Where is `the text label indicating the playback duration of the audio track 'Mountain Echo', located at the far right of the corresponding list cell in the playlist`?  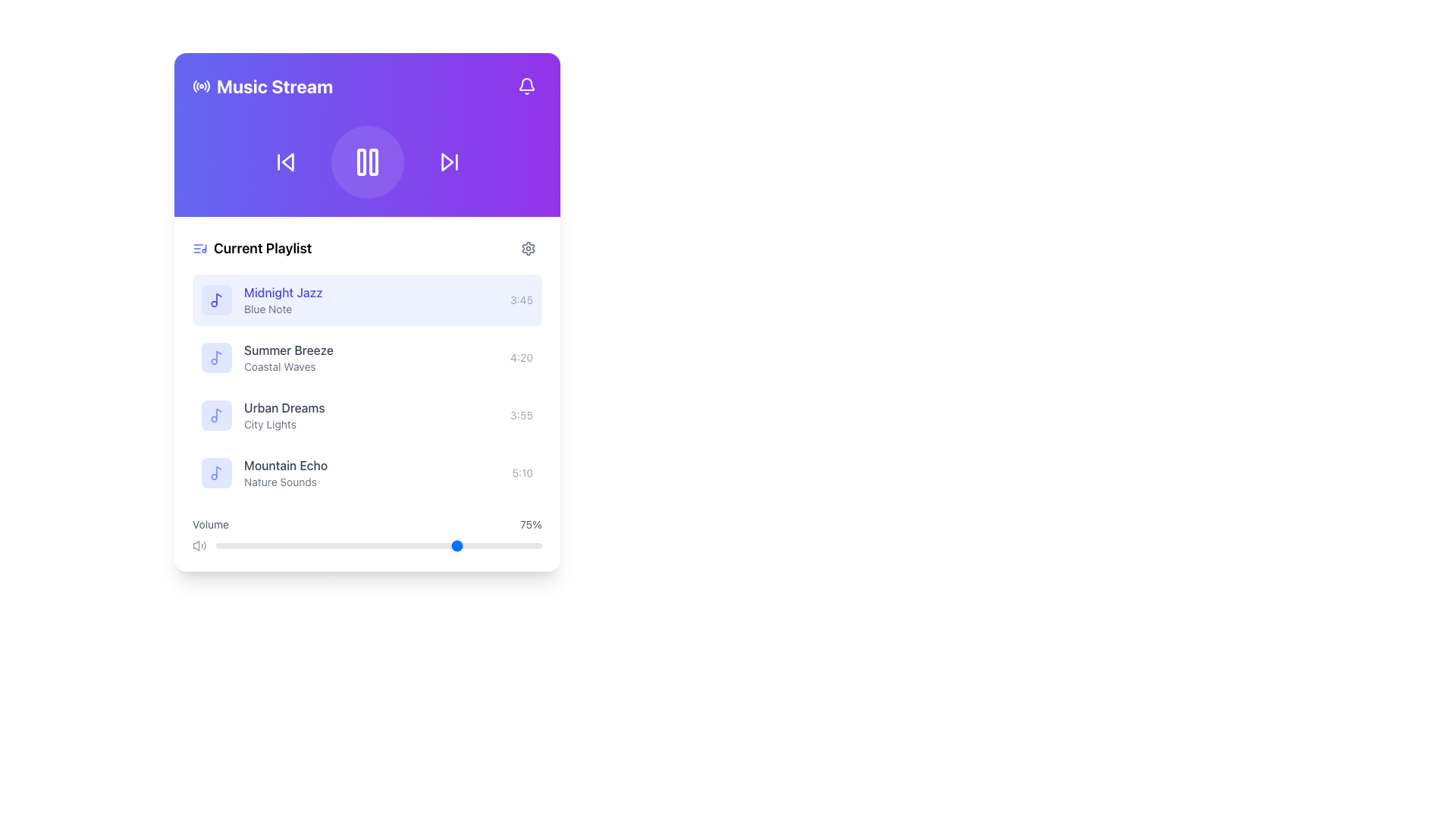 the text label indicating the playback duration of the audio track 'Mountain Echo', located at the far right of the corresponding list cell in the playlist is located at coordinates (522, 472).